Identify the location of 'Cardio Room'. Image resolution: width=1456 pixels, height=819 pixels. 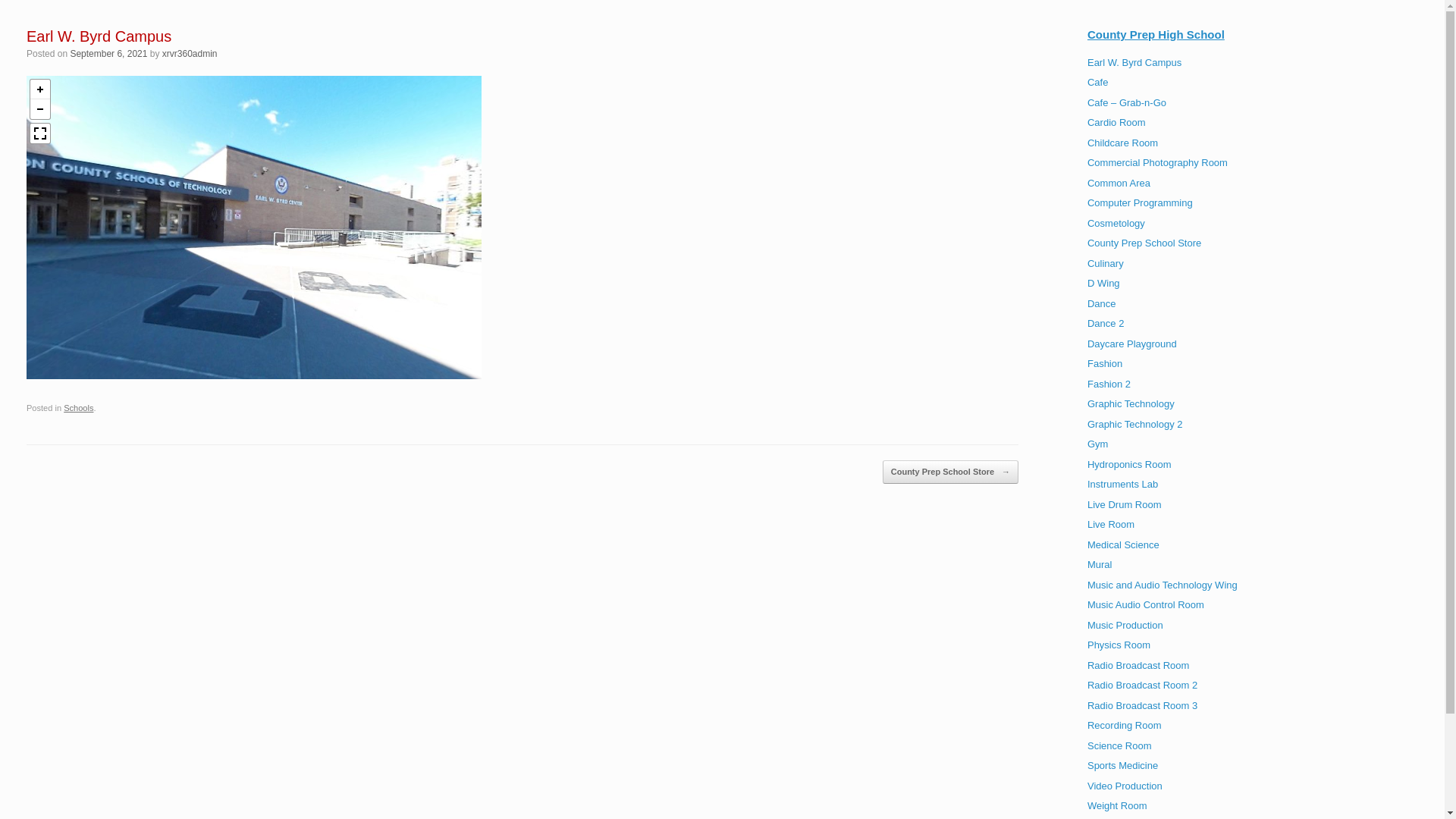
(1116, 121).